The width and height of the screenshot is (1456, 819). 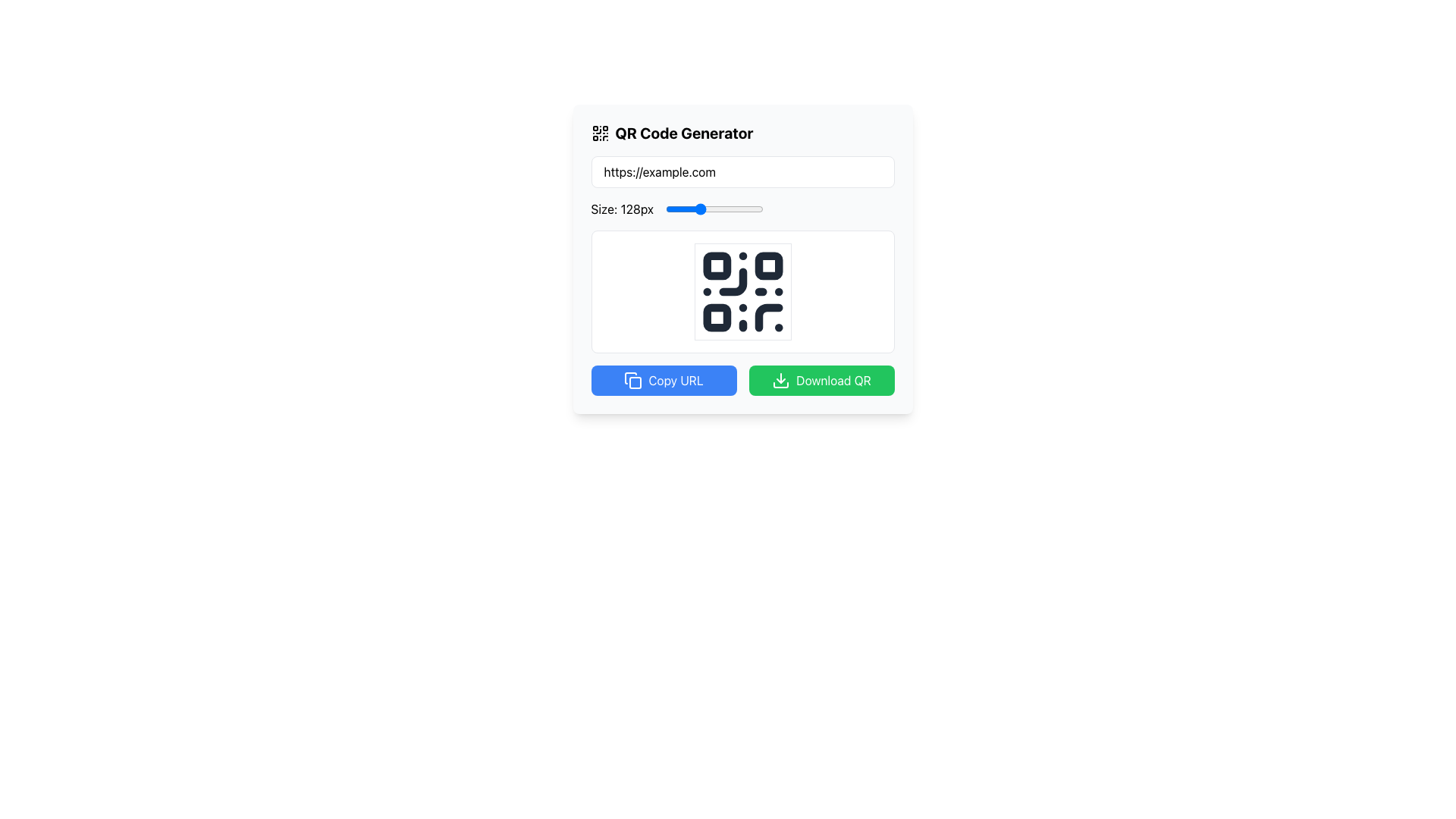 What do you see at coordinates (716, 317) in the screenshot?
I see `the small black square with rounded corners located at the bottom-left corner of the QR code interface, which is the third square among the larger squares in the QR pattern` at bounding box center [716, 317].